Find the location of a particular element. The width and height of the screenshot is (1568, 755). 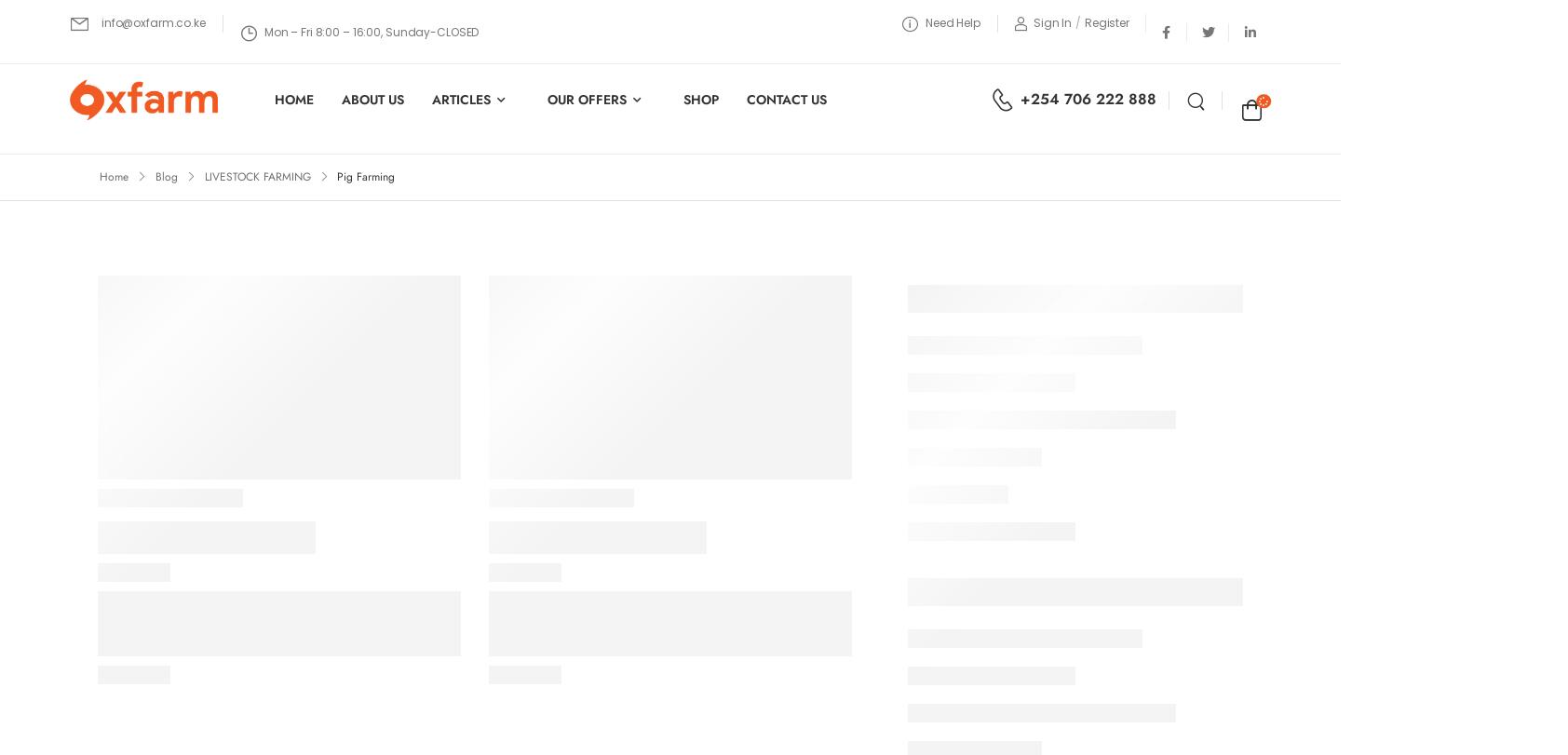

'Get In Touch' is located at coordinates (354, 469).